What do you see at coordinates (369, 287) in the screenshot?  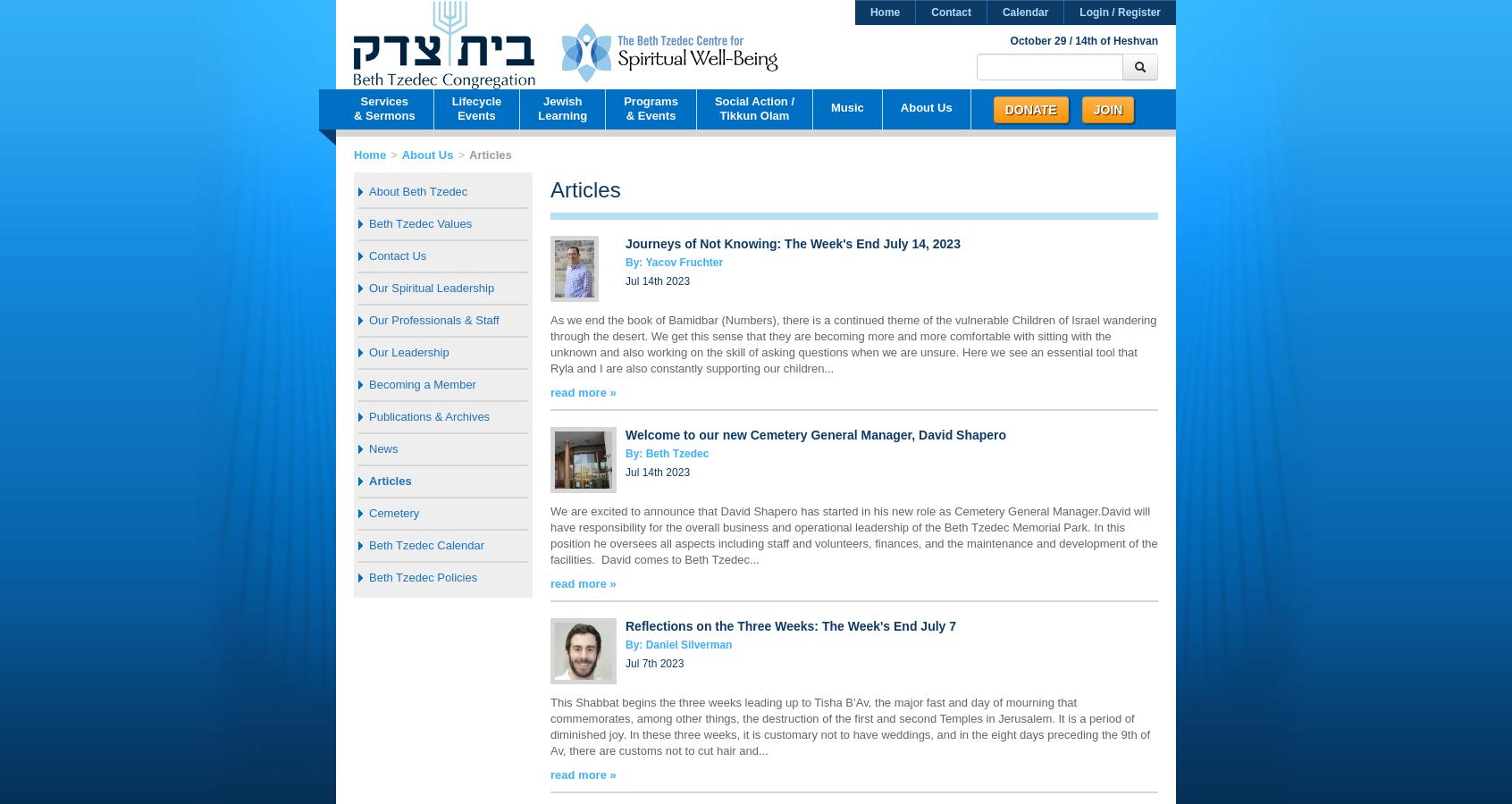 I see `'Our Spiritual Leadership'` at bounding box center [369, 287].